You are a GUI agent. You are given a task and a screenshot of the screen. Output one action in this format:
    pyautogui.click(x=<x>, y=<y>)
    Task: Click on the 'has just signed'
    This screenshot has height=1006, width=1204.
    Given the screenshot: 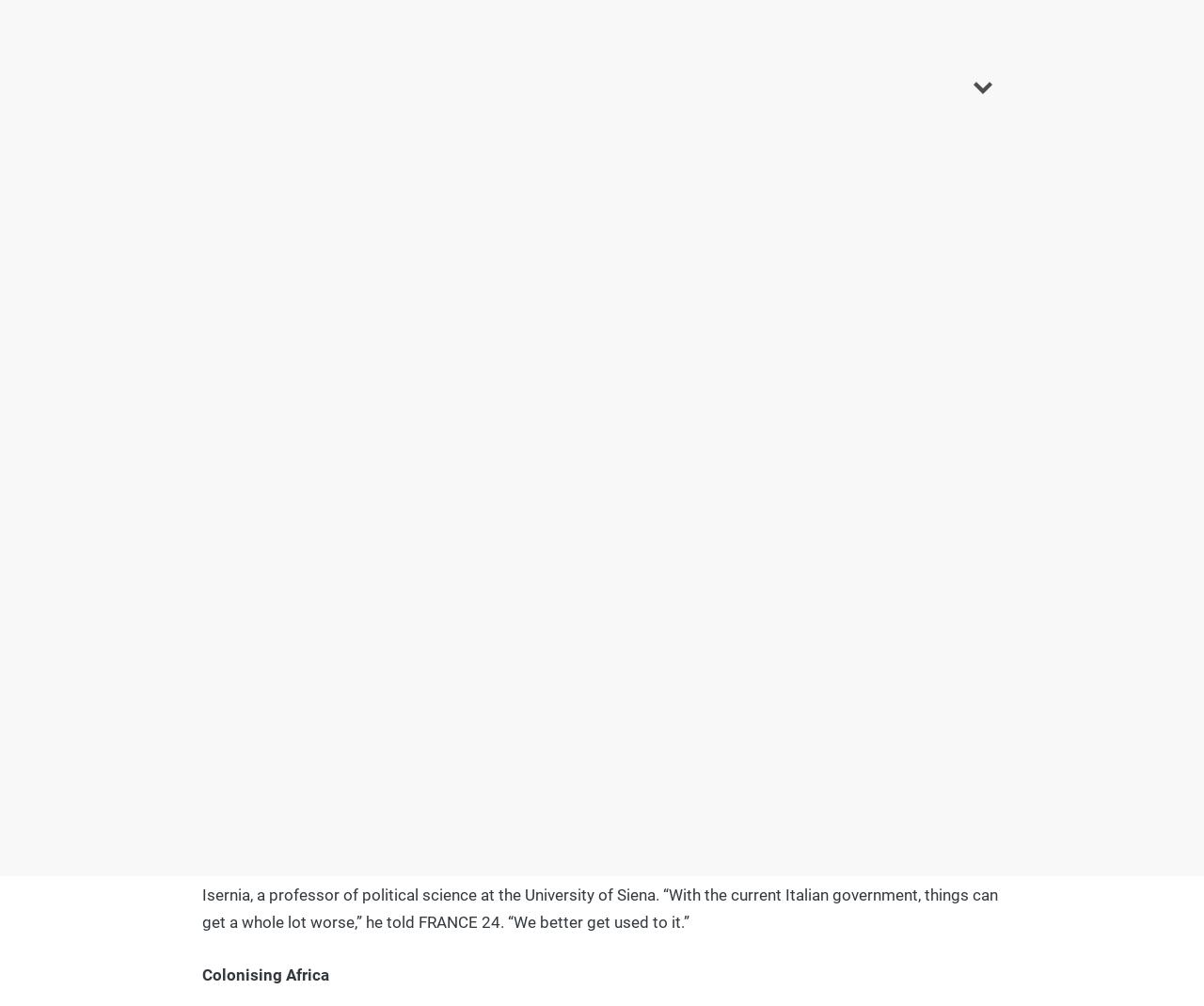 What is the action you would take?
    pyautogui.click(x=518, y=732)
    